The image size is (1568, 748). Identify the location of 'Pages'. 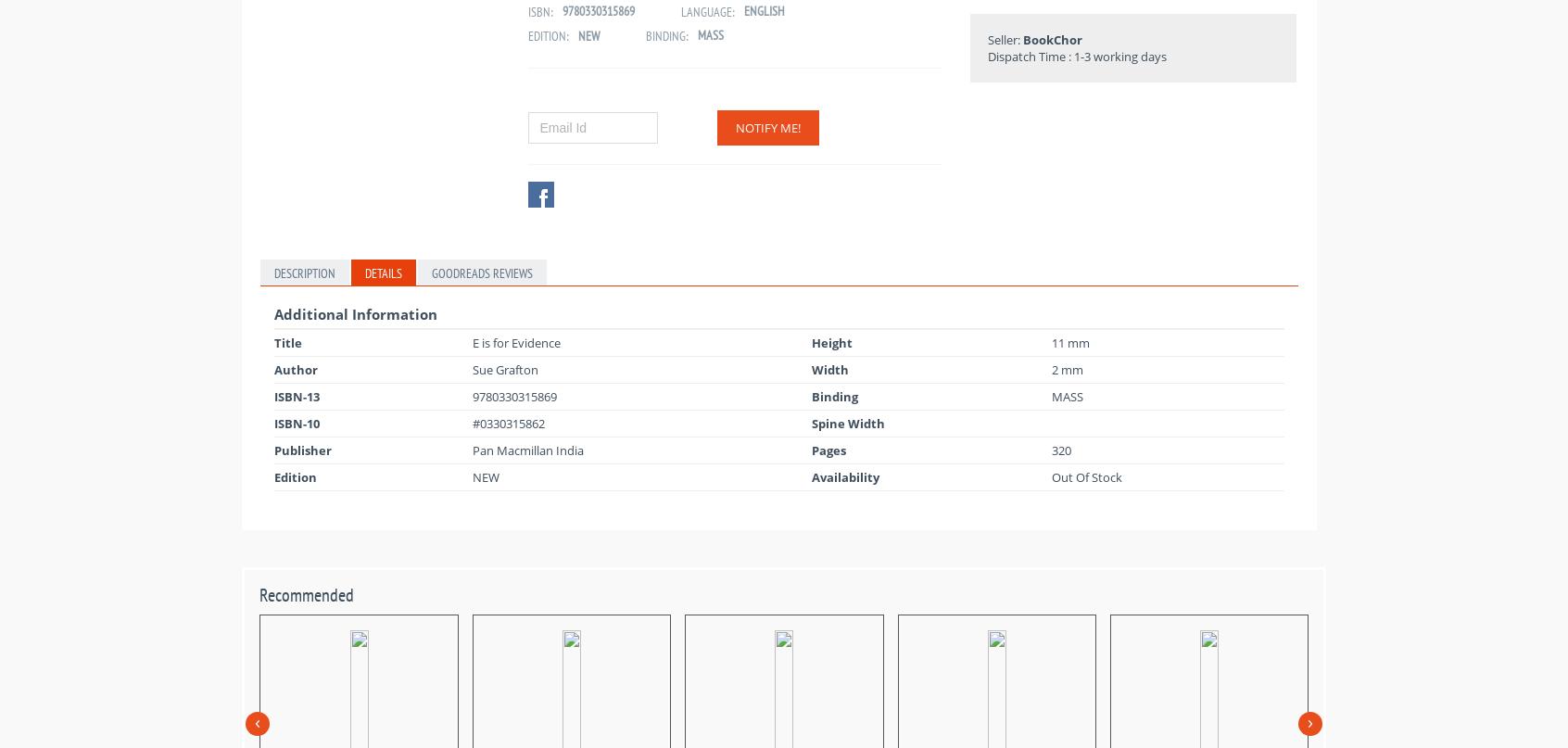
(828, 450).